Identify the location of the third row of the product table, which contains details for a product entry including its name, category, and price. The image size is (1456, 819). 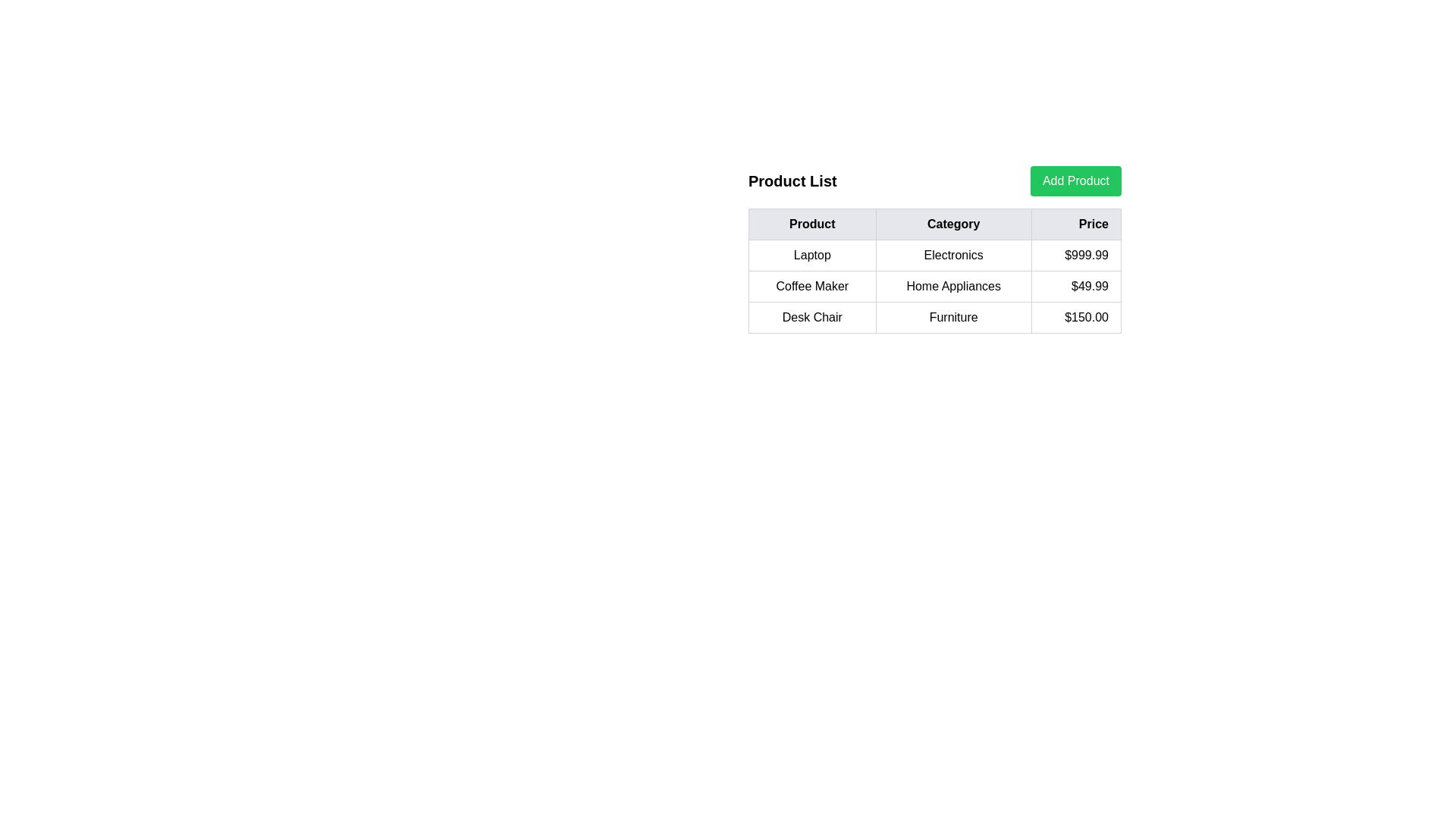
(934, 317).